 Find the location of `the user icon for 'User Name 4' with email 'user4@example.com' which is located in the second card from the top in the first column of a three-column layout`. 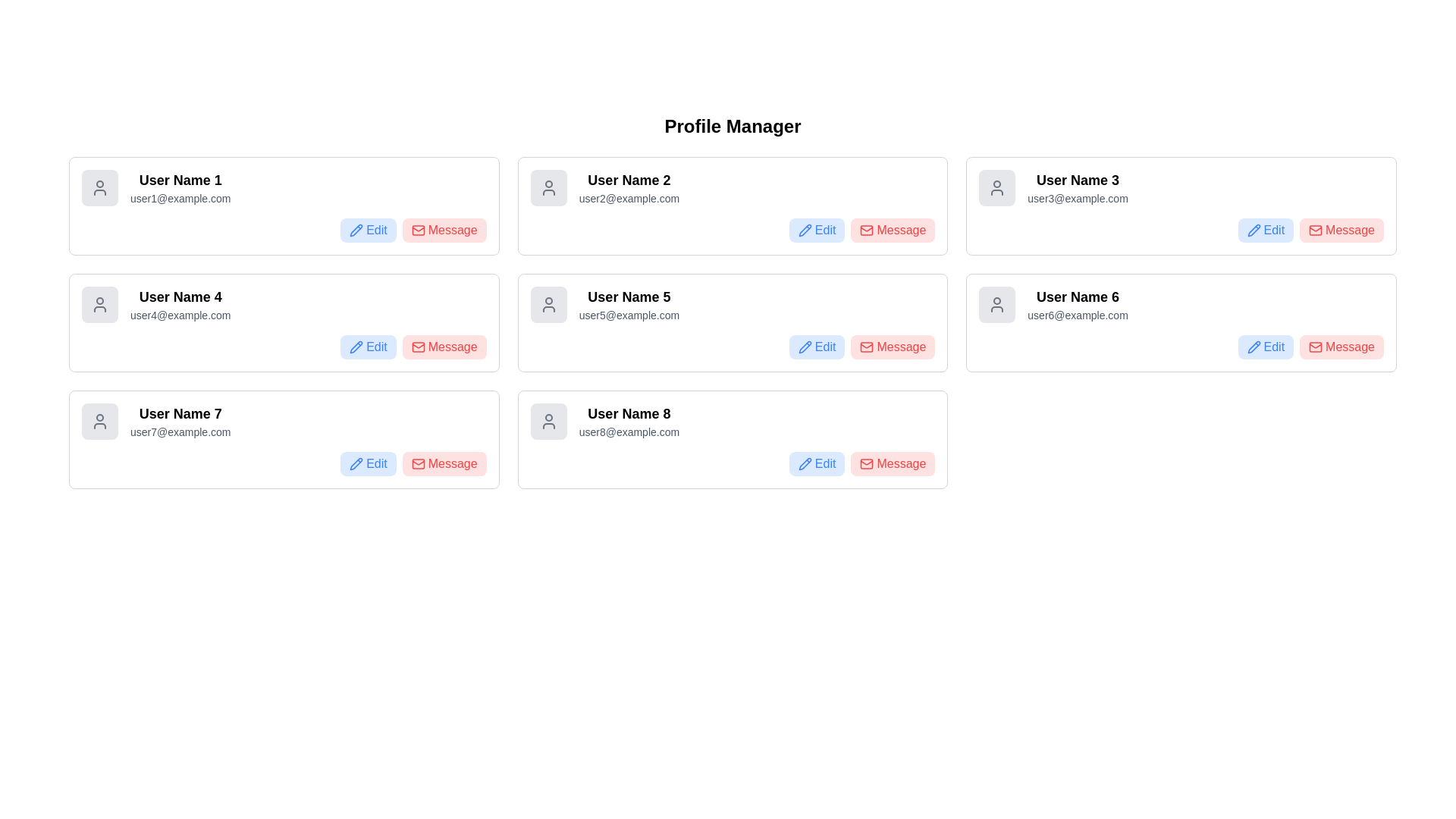

the user icon for 'User Name 4' with email 'user4@example.com' which is located in the second card from the top in the first column of a three-column layout is located at coordinates (99, 304).